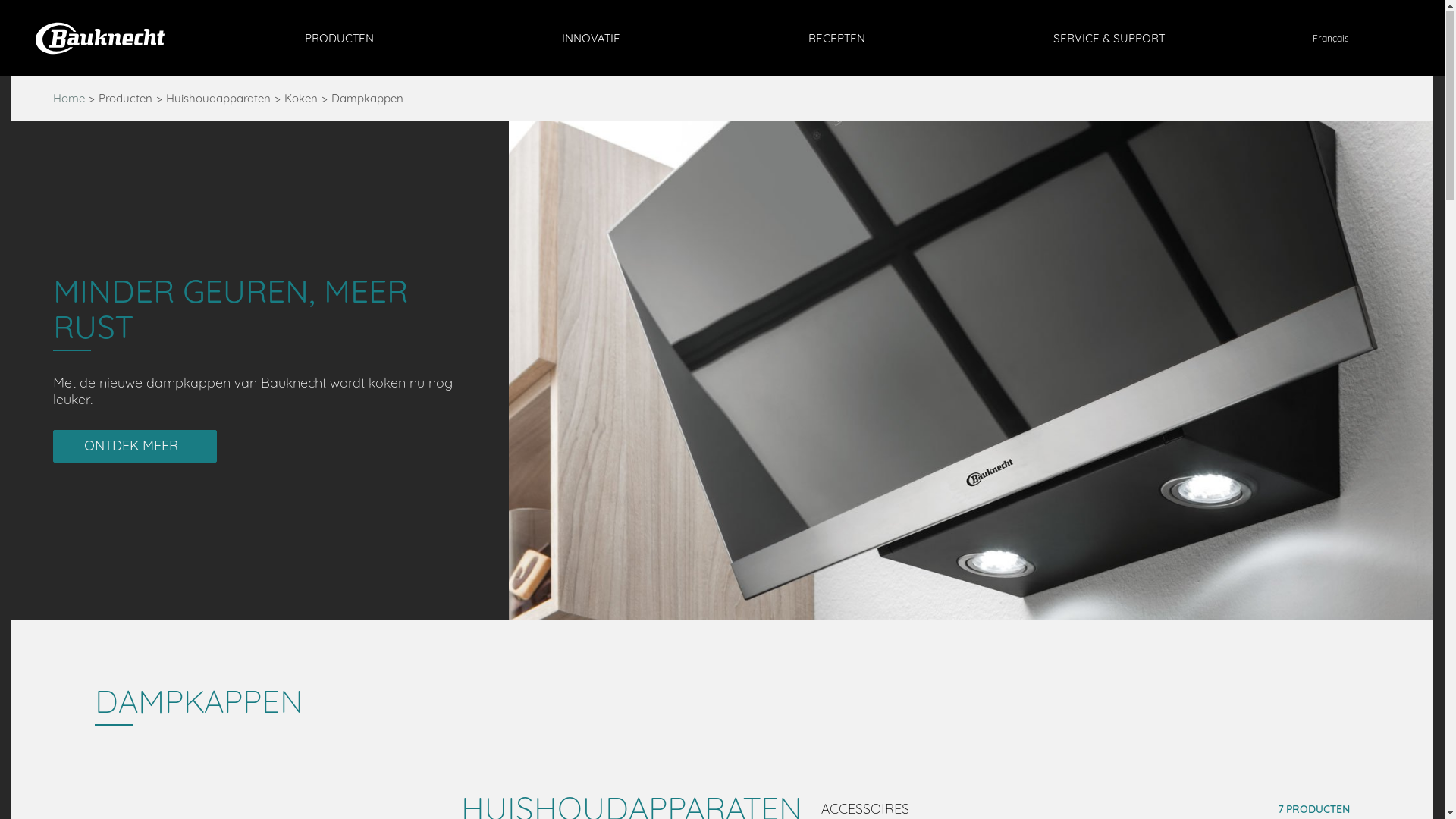  I want to click on 'ACCESSOIRES', so click(874, 808).